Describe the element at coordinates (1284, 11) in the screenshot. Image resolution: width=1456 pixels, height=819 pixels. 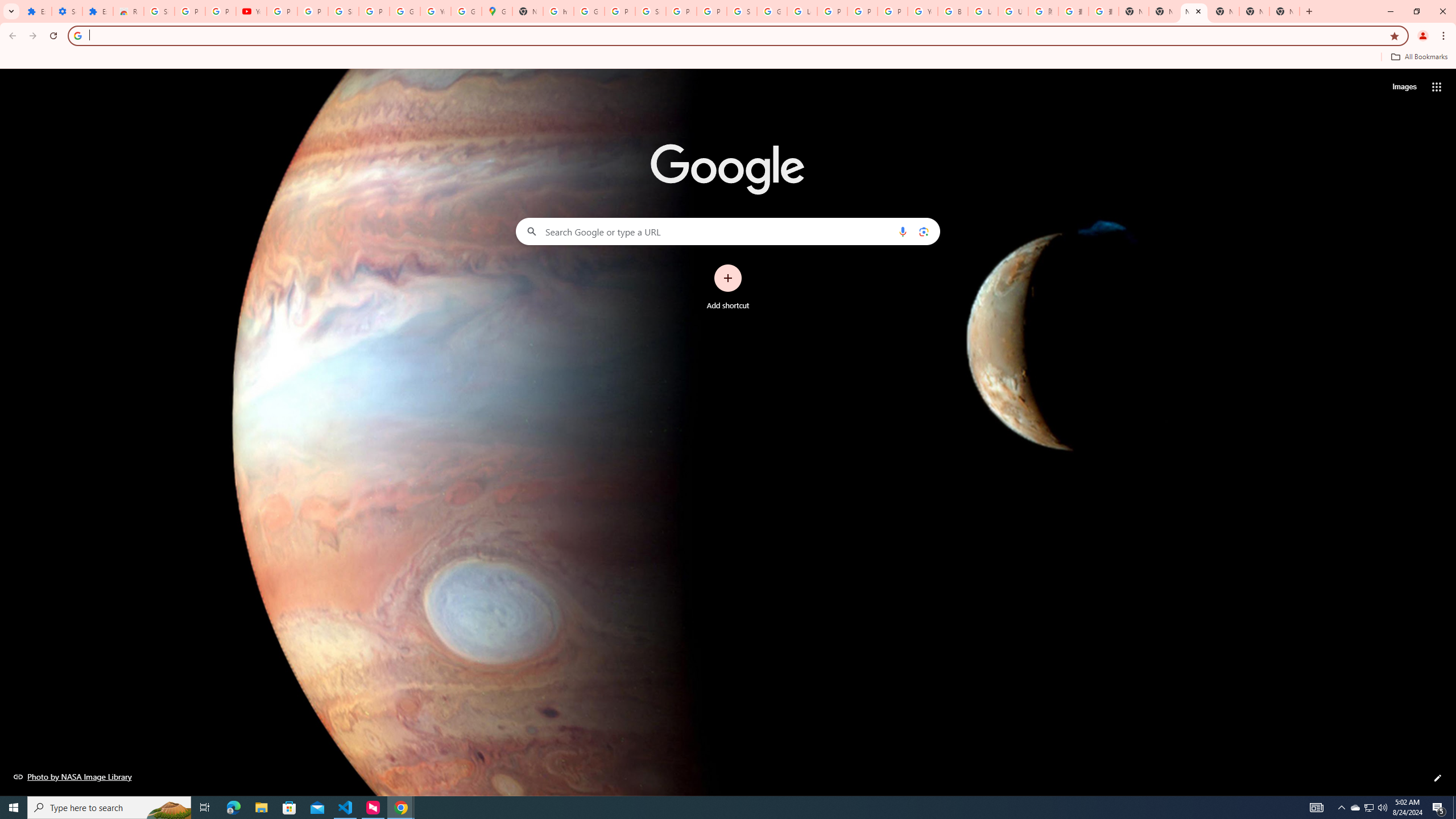
I see `'New Tab'` at that location.